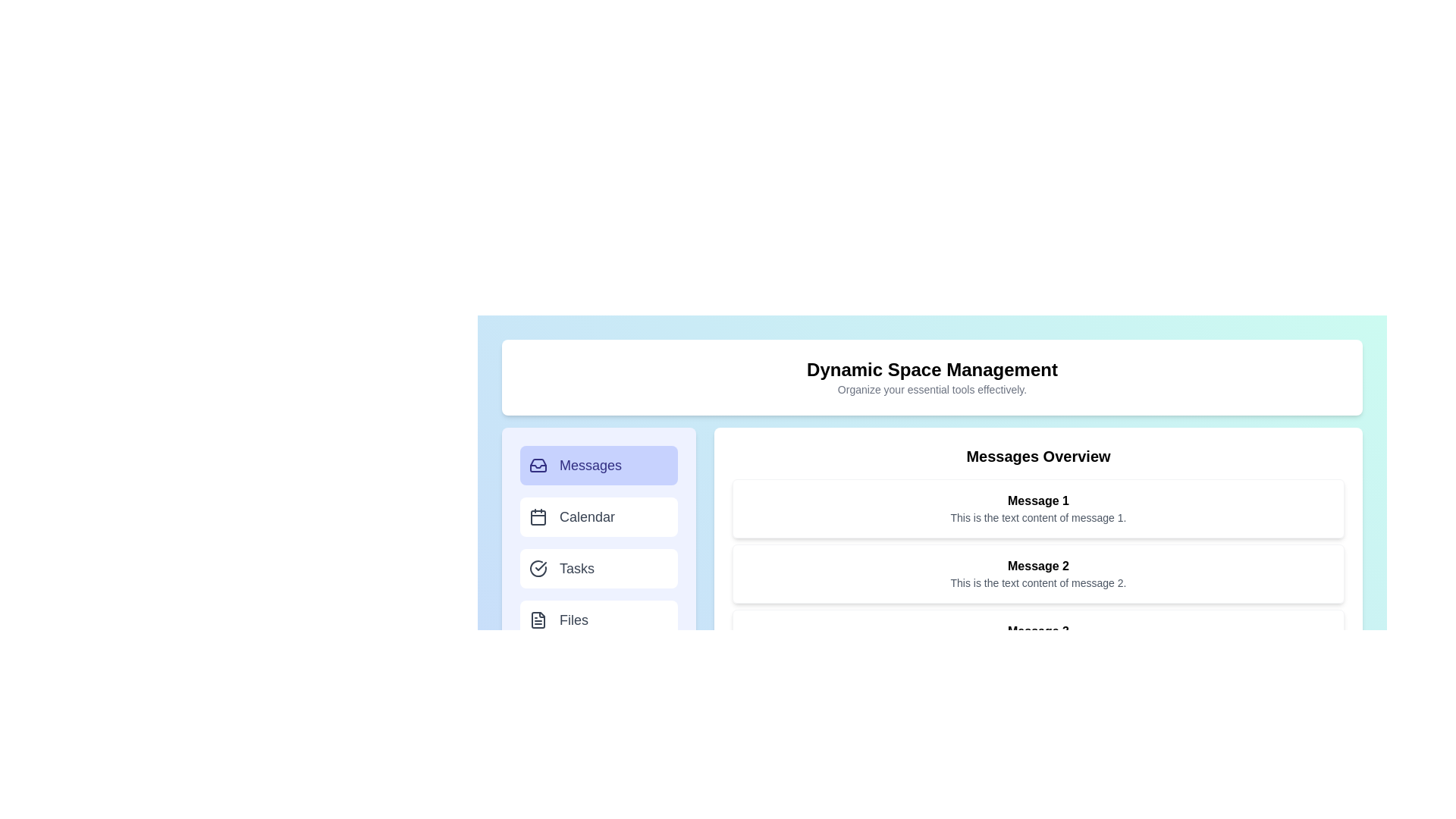 The image size is (1456, 819). I want to click on the text label that displays 'This is the text content of message 2.' positioned below the title 'Message 2.', so click(1037, 582).